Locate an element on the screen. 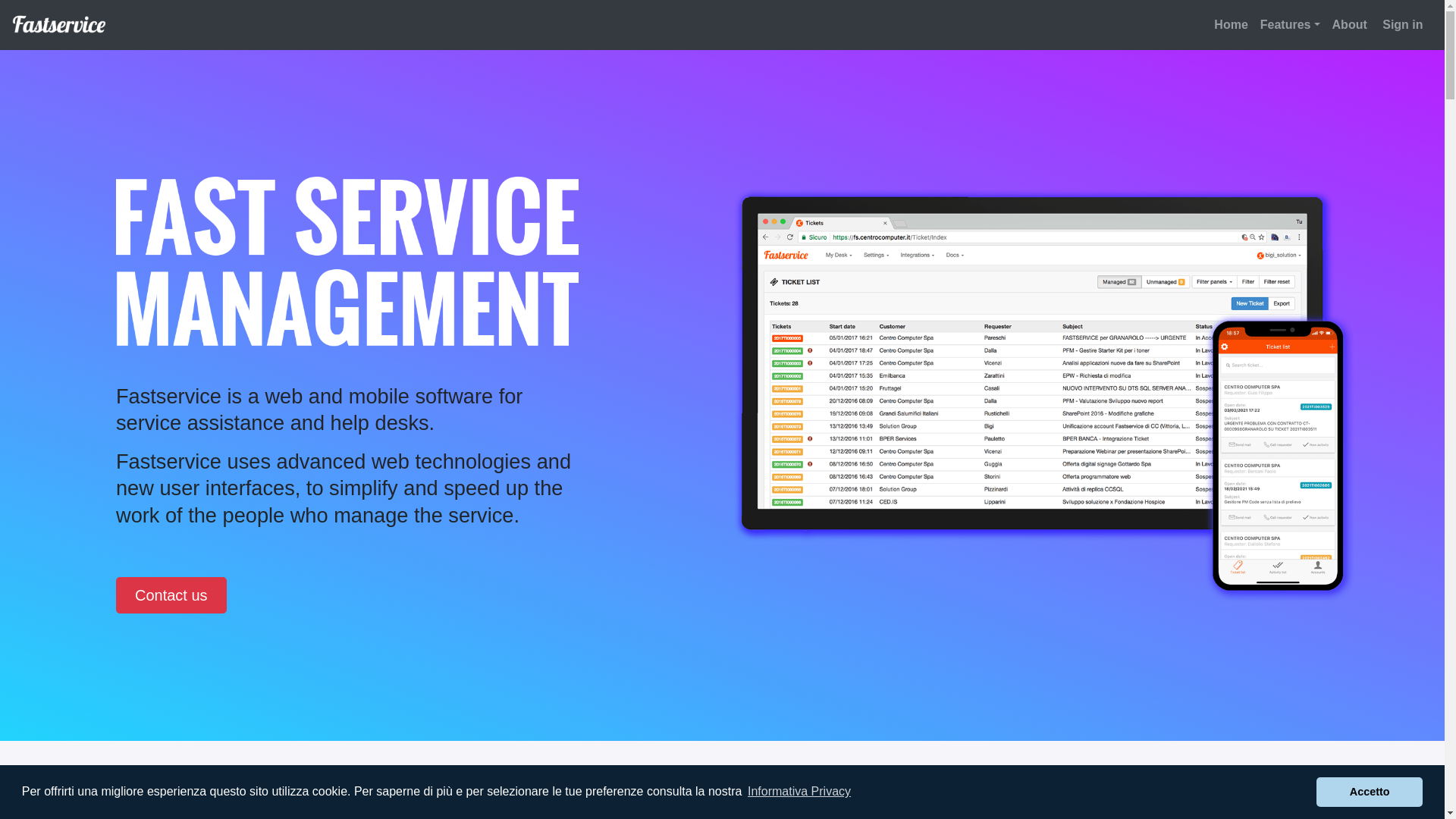 Image resolution: width=1456 pixels, height=819 pixels. 'Home' is located at coordinates (1207, 25).